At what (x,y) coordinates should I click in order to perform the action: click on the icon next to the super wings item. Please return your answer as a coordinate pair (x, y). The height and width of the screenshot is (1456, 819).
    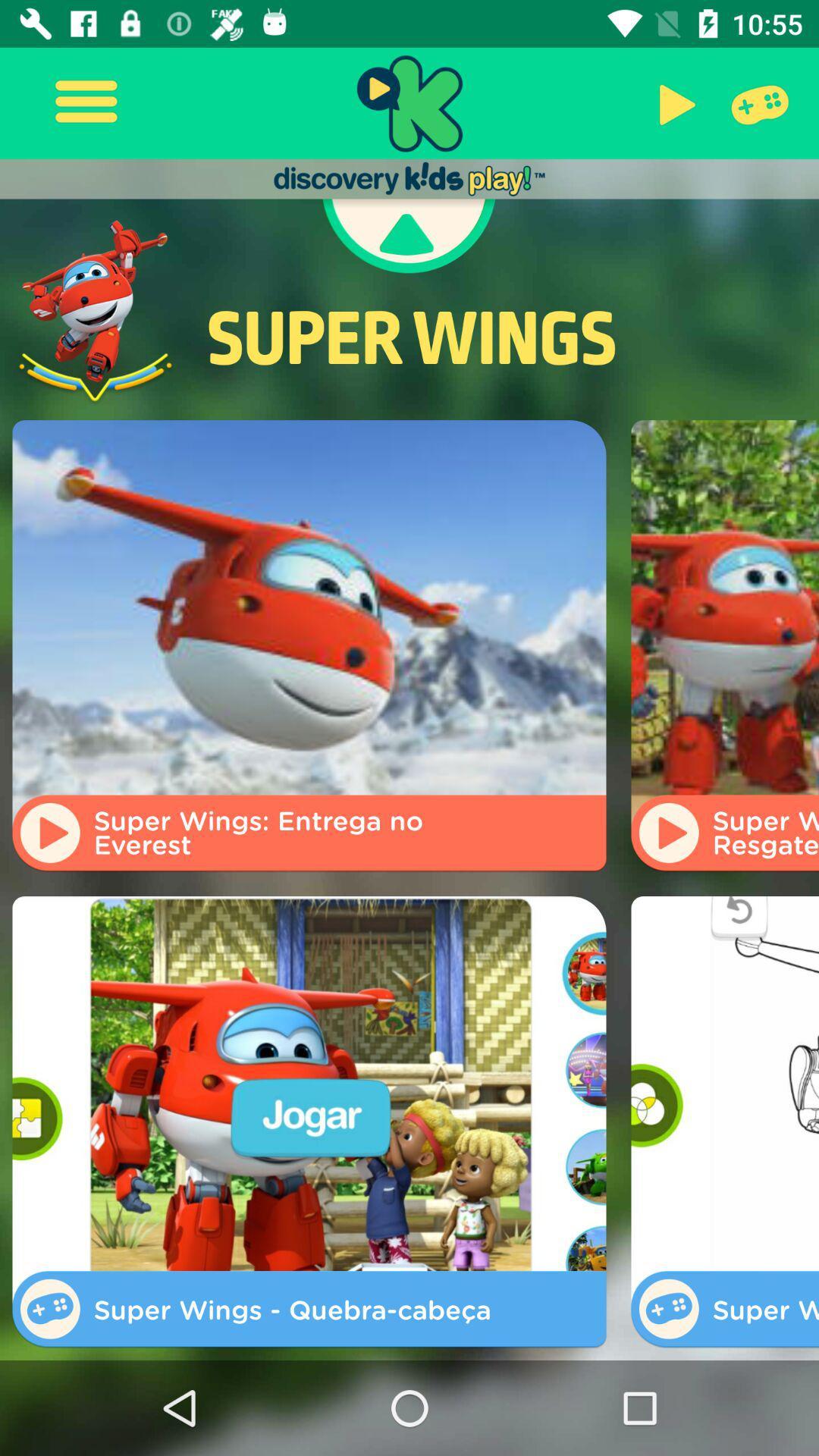
    Looking at the image, I should click on (96, 311).